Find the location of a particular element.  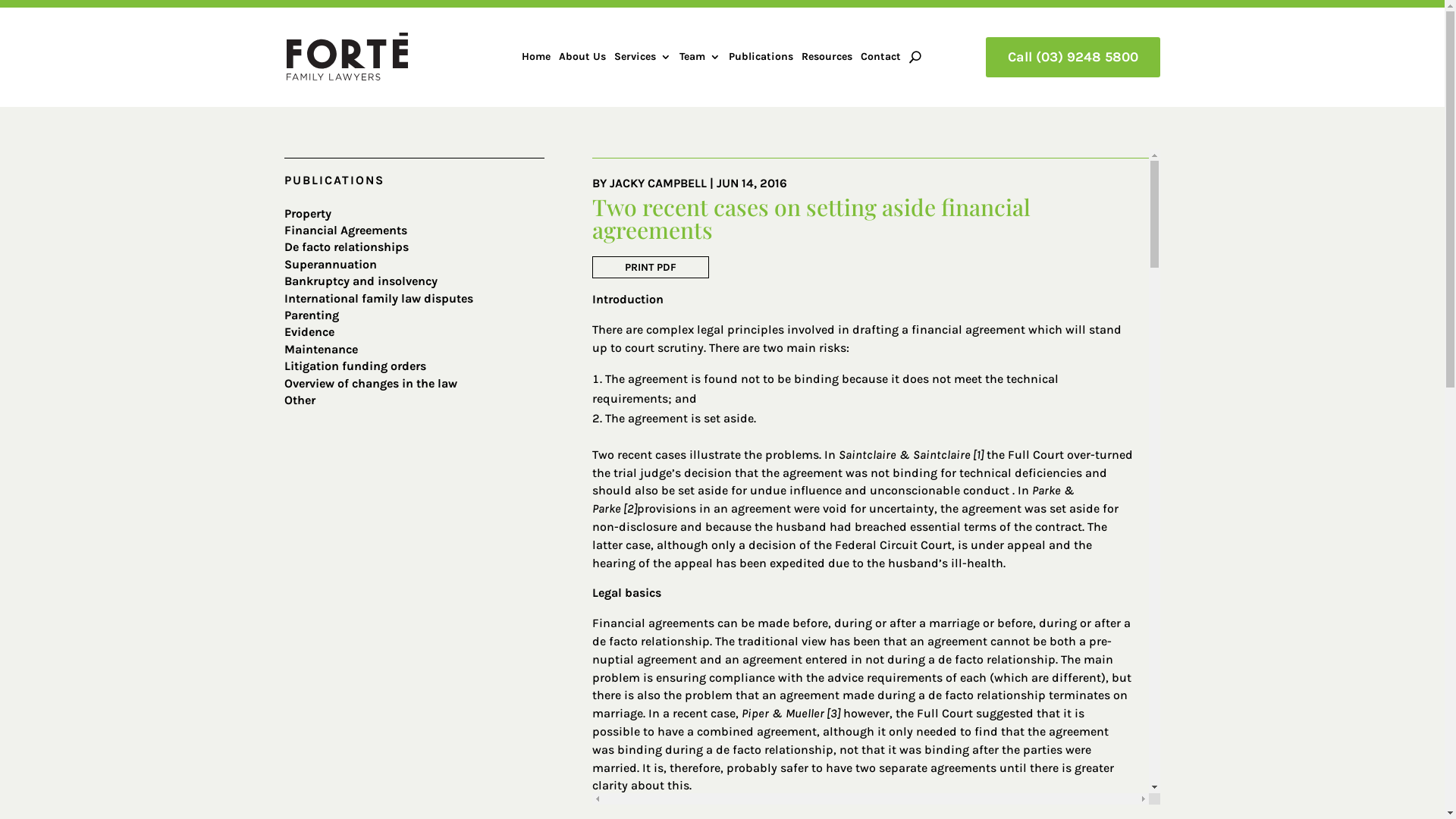

'Parenting' is located at coordinates (311, 314).